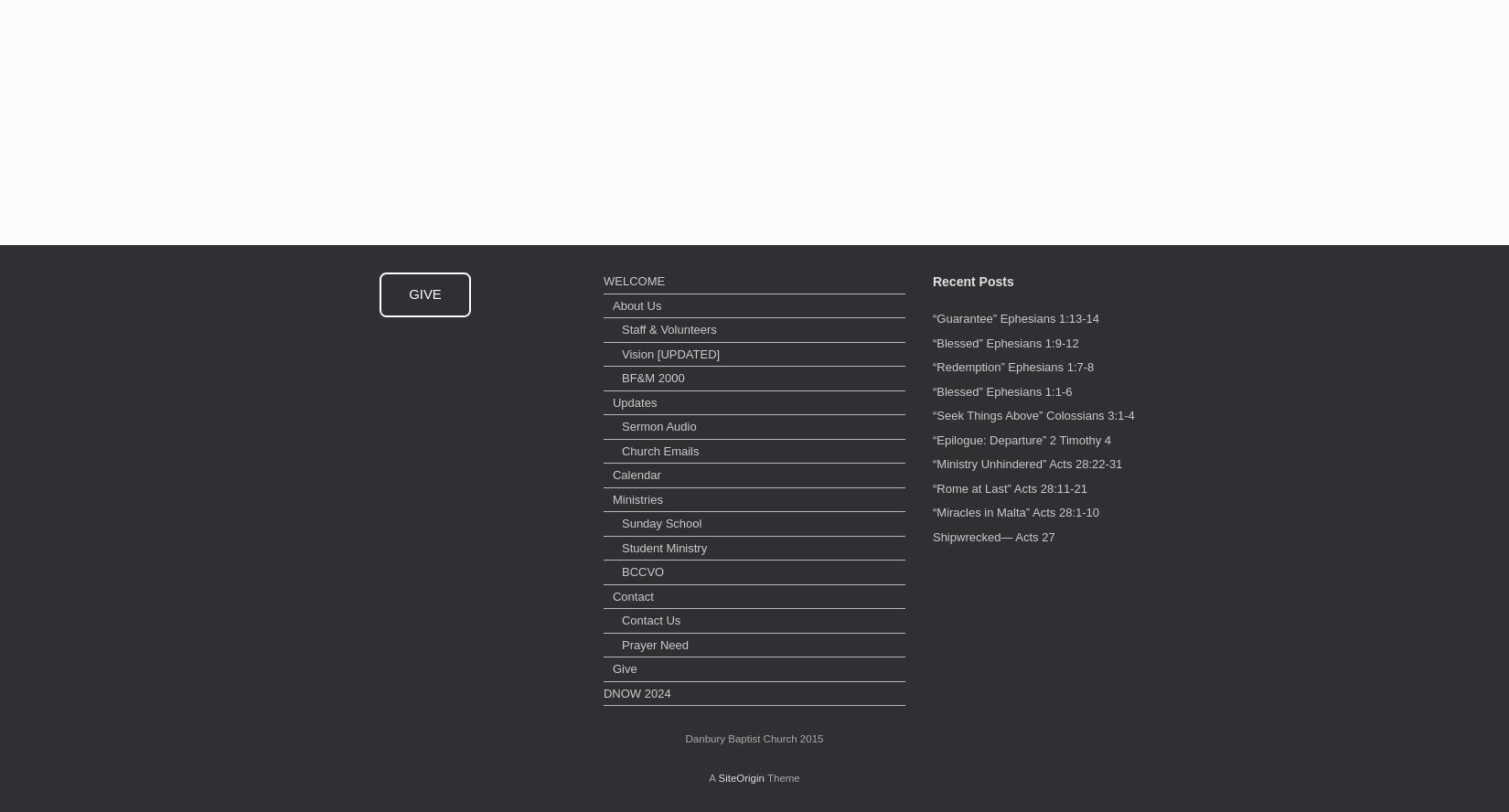 The image size is (1509, 812). What do you see at coordinates (651, 377) in the screenshot?
I see `'BF&M 2000'` at bounding box center [651, 377].